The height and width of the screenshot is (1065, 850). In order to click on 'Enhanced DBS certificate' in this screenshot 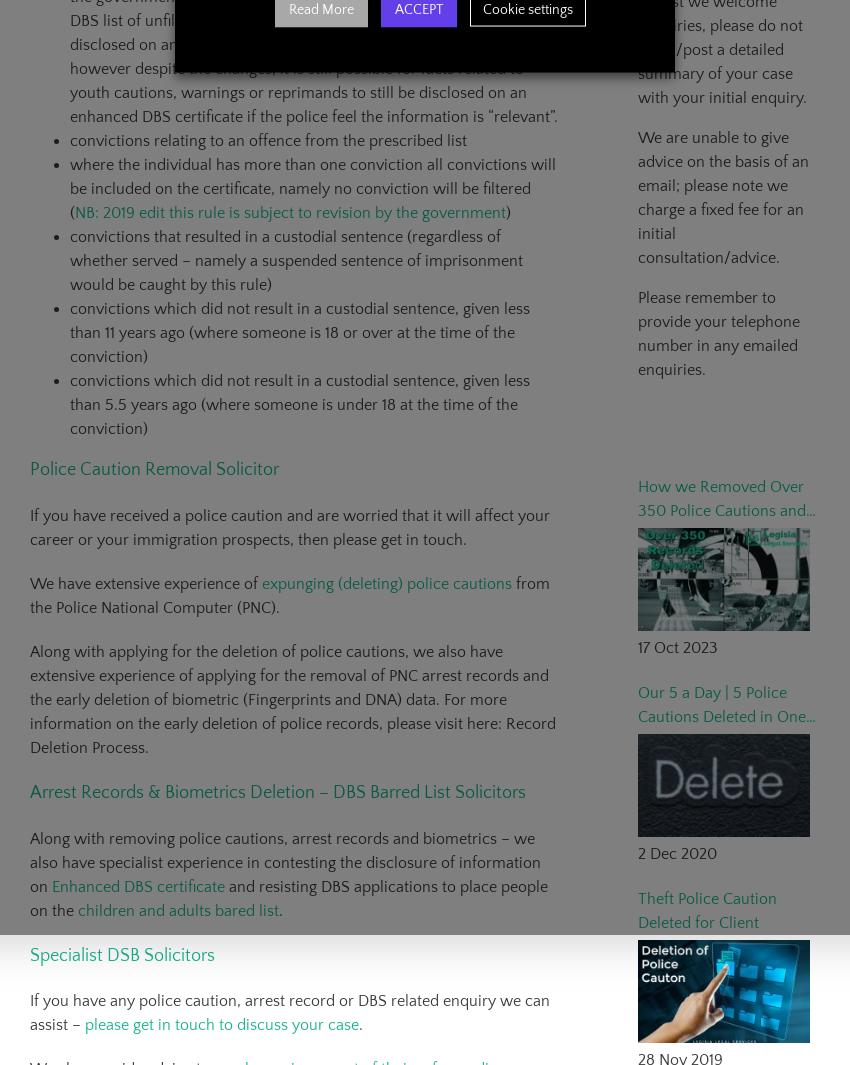, I will do `click(138, 885)`.